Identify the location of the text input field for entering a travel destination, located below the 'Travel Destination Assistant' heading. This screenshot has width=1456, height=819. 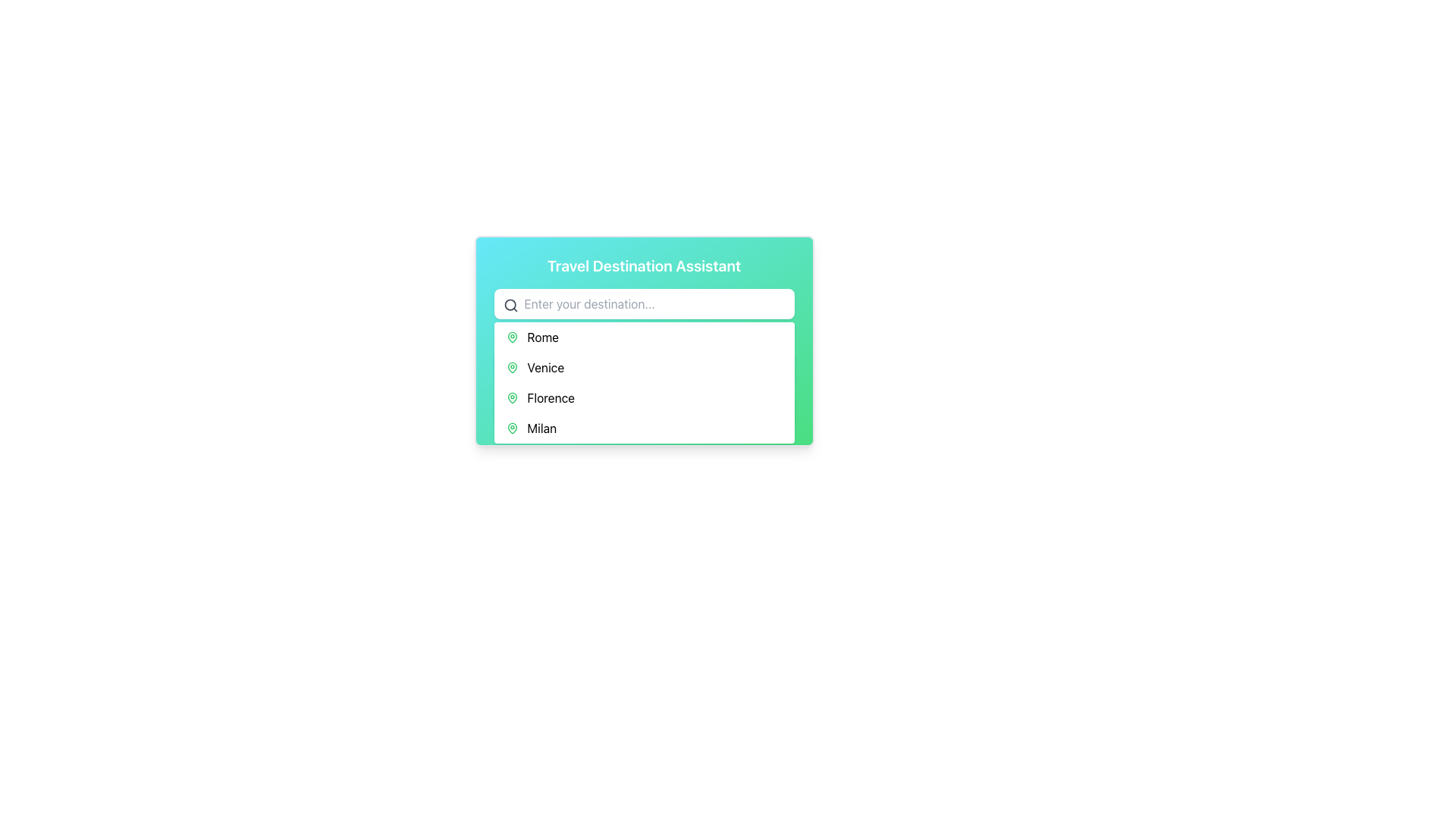
(644, 304).